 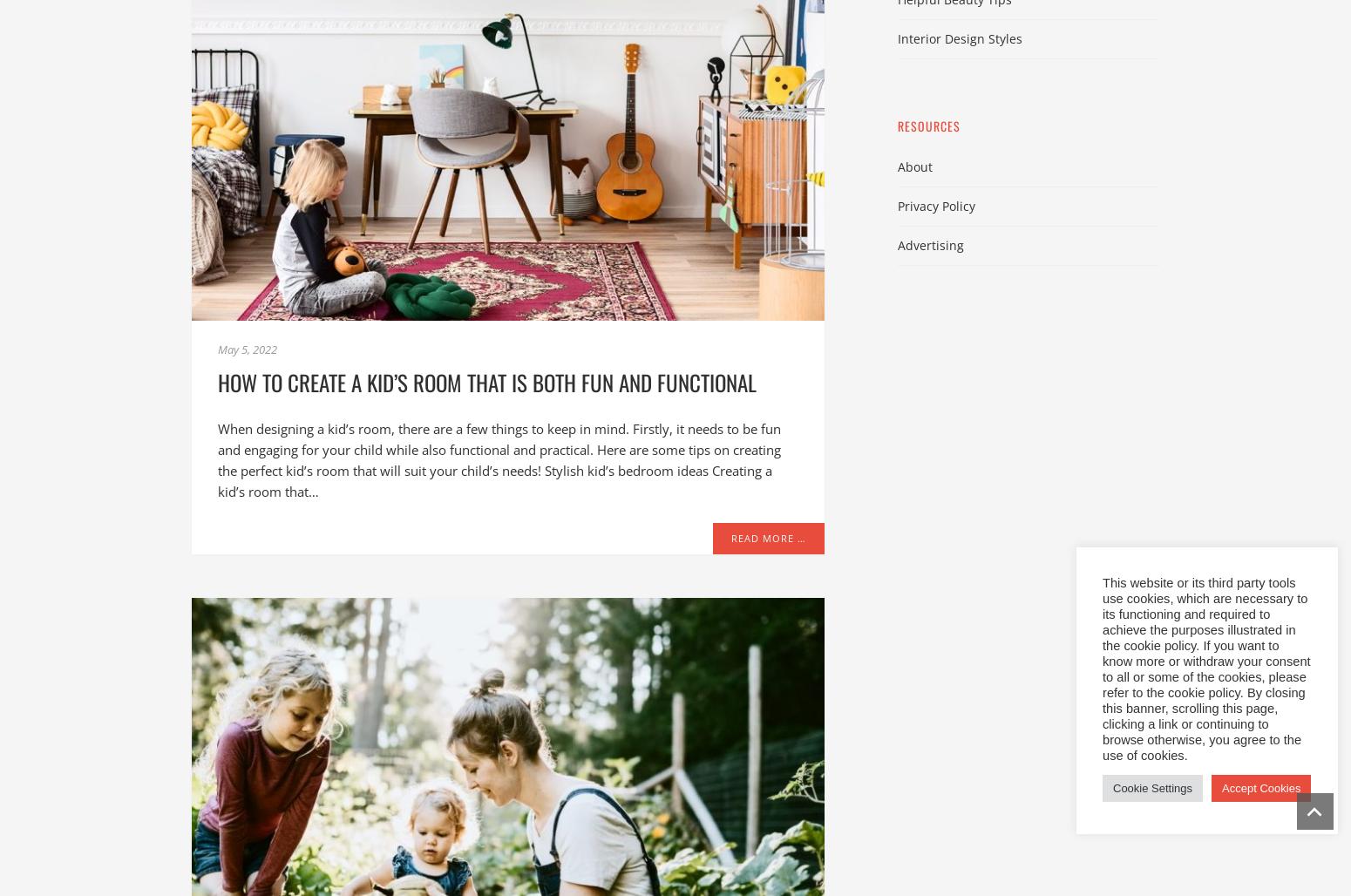 I want to click on 'How to Create a Kid’s Room That Is Both Fun and Functional', so click(x=218, y=381).